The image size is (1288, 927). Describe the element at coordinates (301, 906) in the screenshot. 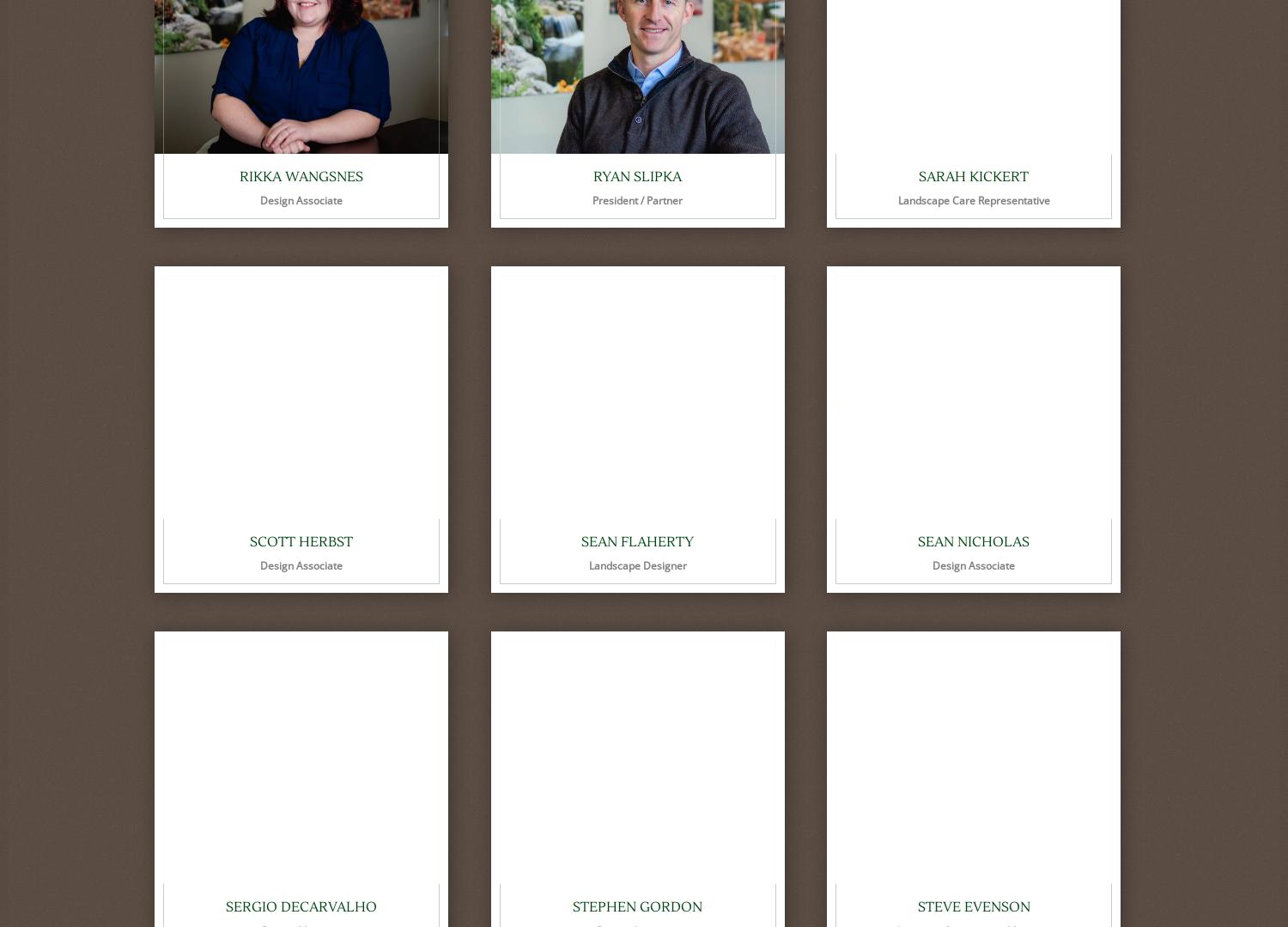

I see `'Sergio DeCarvalho'` at that location.